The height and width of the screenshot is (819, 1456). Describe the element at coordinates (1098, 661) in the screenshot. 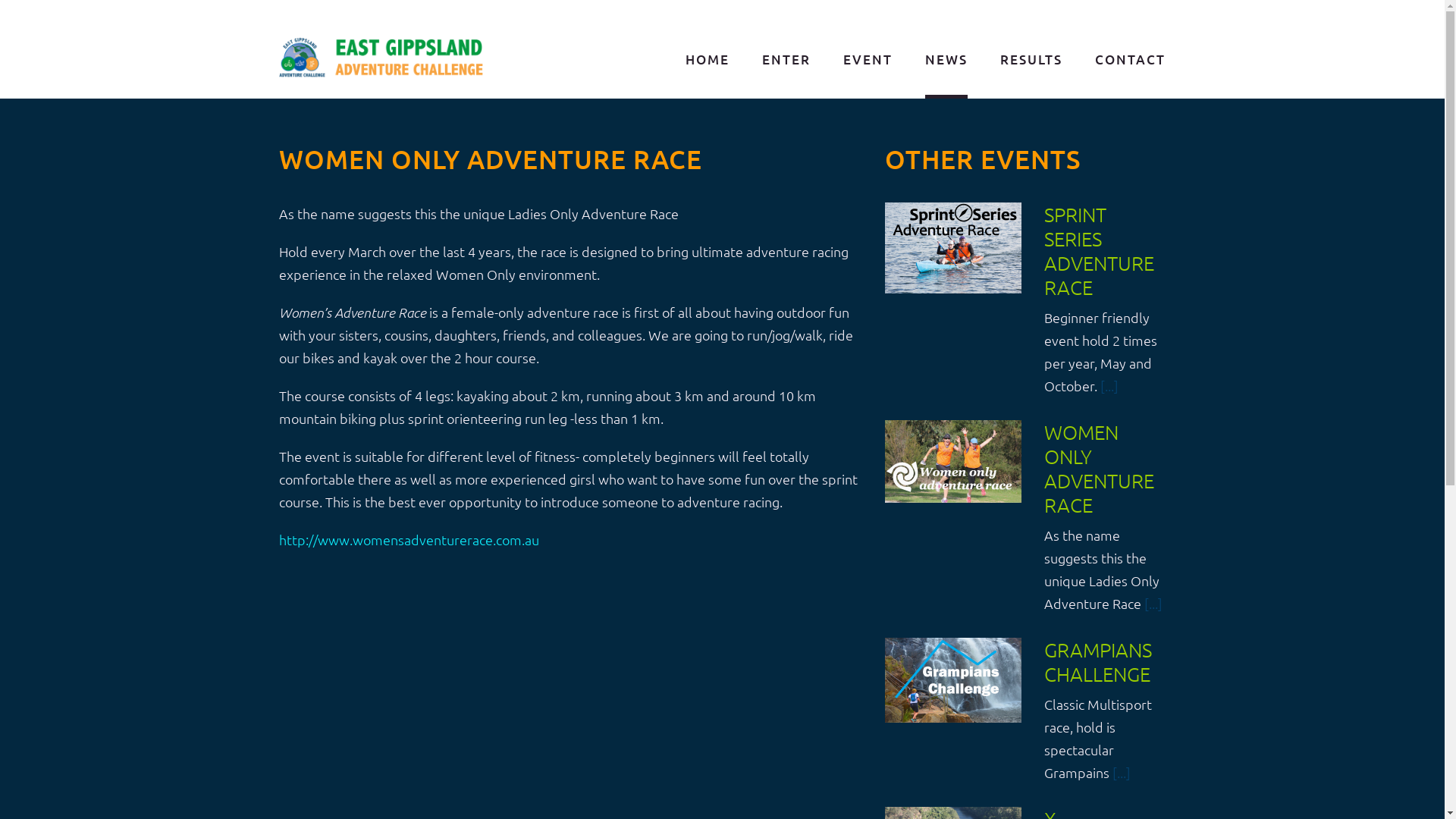

I see `'GRAMPIANS CHALLENGE'` at that location.